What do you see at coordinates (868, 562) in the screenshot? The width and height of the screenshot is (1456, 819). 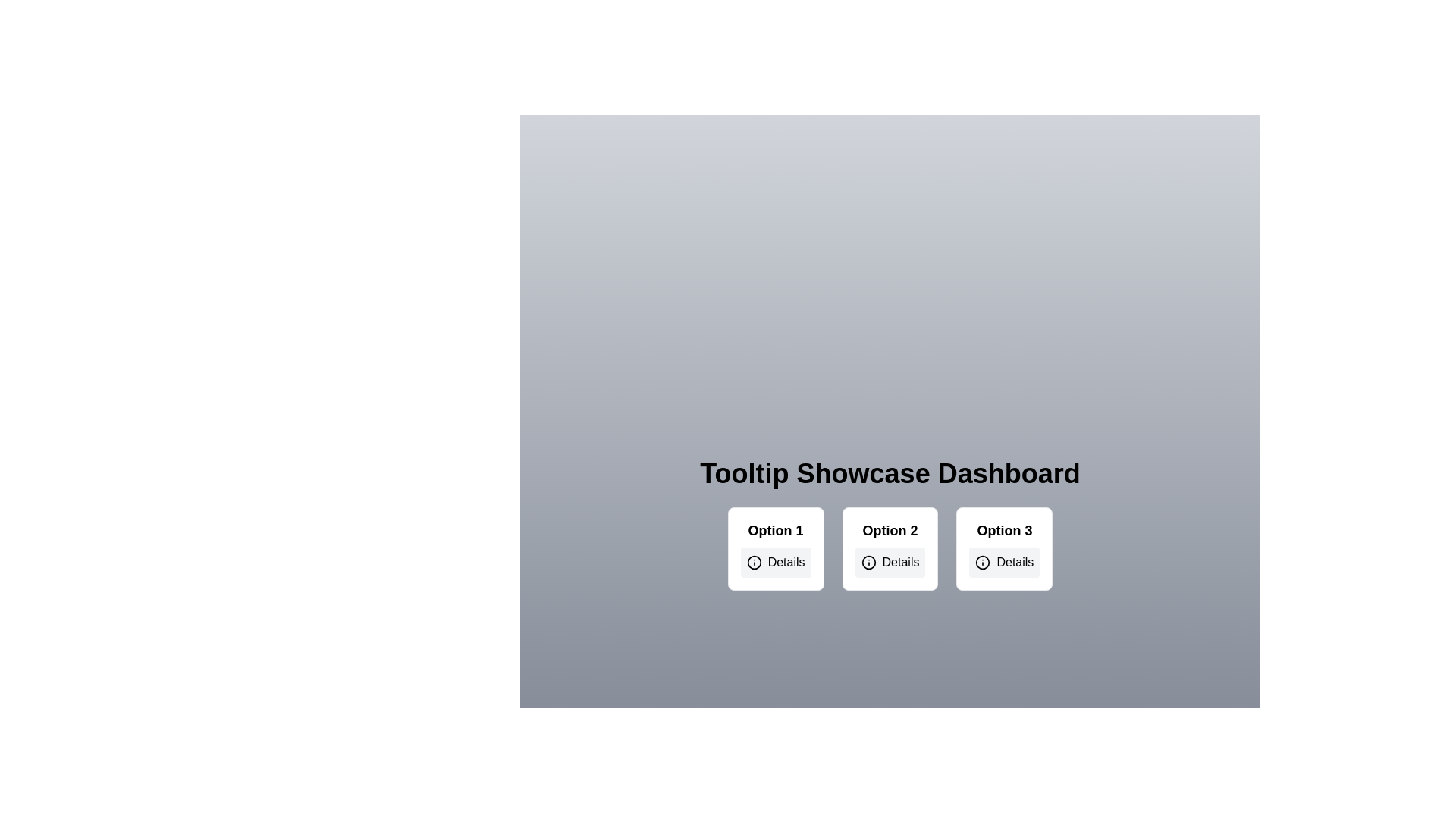 I see `the SVG circle icon located in the 'Option 2' card area, positioned above the 'Details' text, which serves as a visual indicator for additional information` at bounding box center [868, 562].